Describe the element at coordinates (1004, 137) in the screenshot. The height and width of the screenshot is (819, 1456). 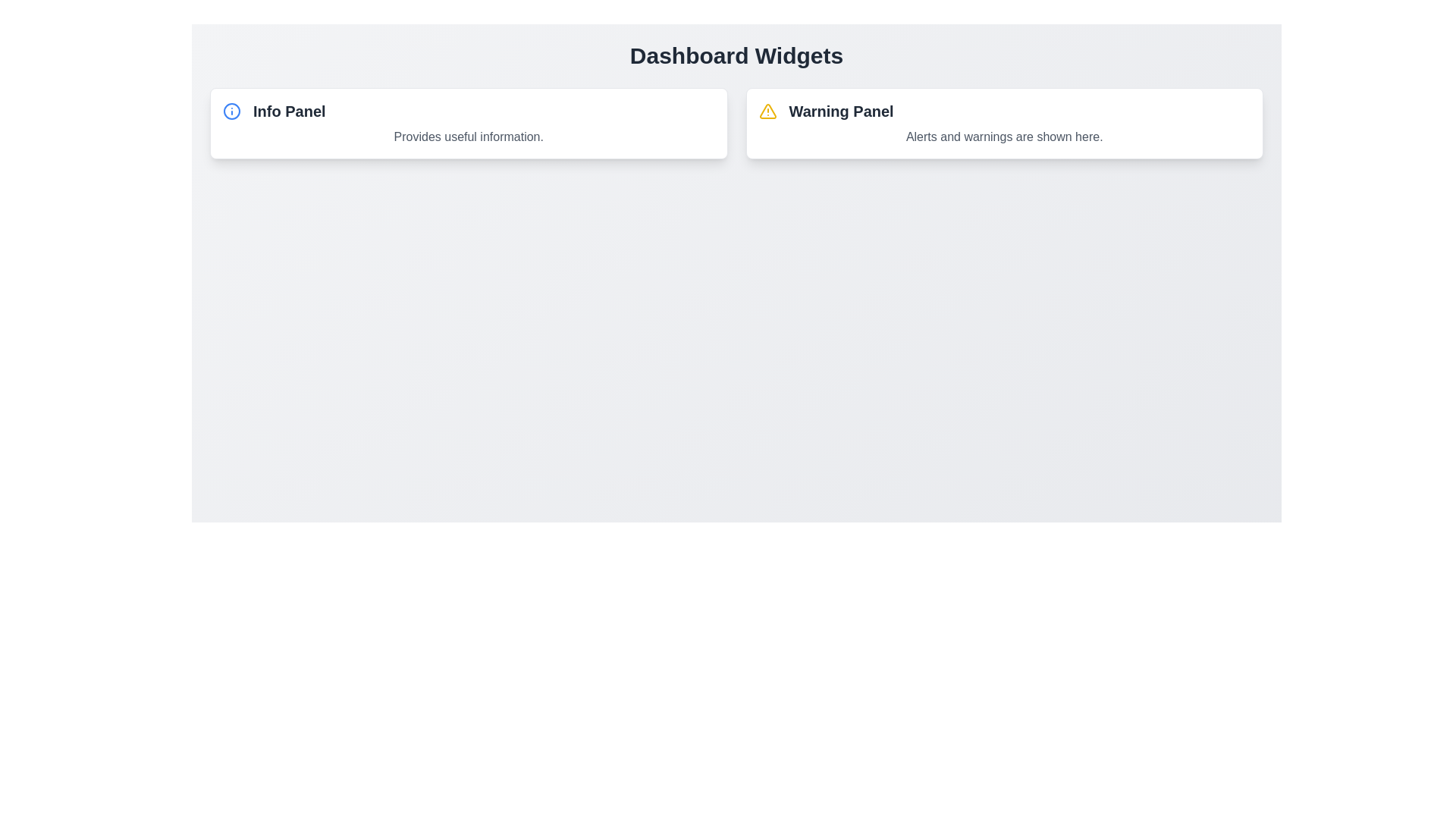
I see `information provided by the descriptive Text label located at the bottom of the 'Warning Panel', below the warning icon` at that location.